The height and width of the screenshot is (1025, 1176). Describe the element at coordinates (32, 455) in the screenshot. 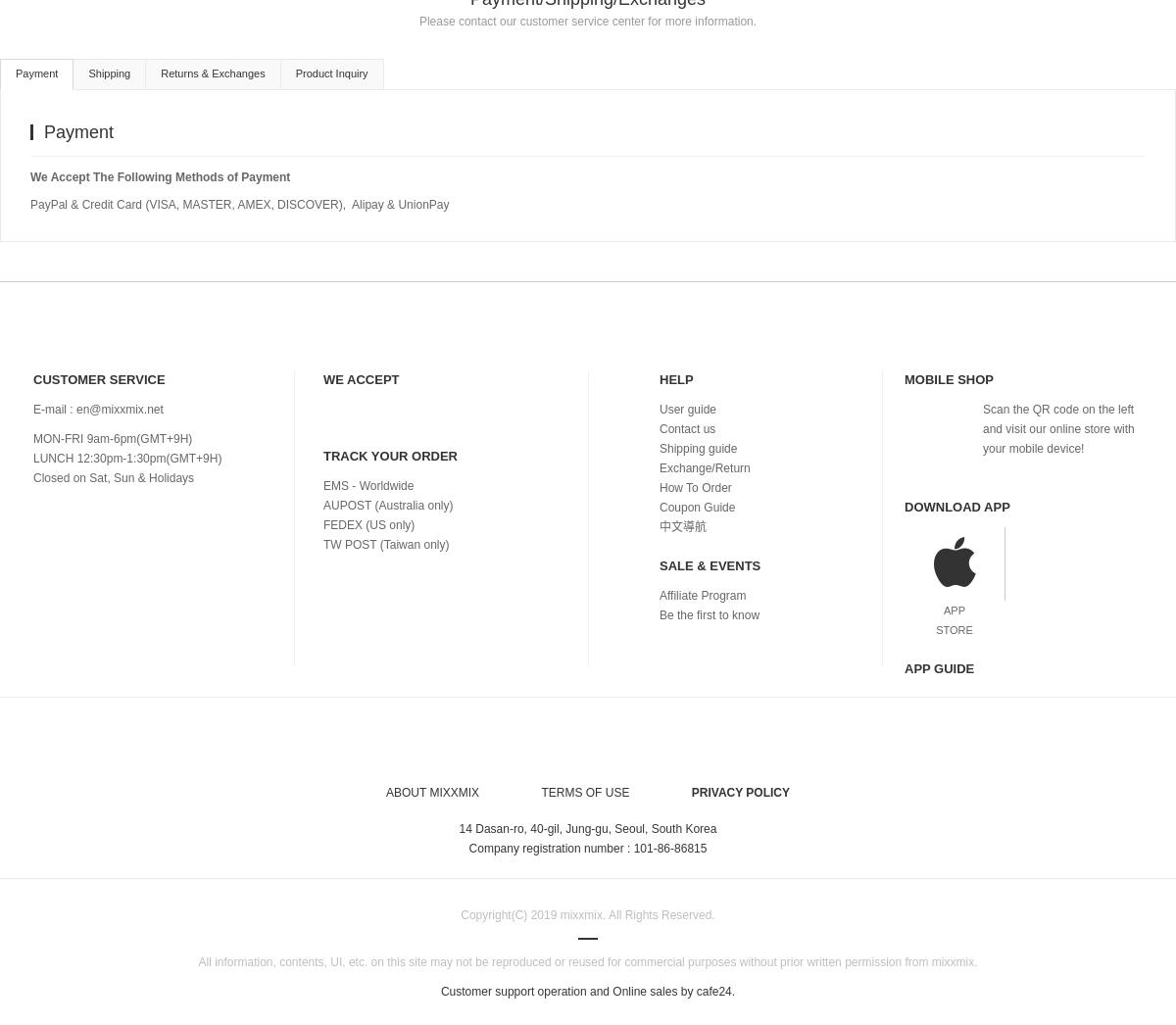

I see `'LUNCH 12:30pm-1:30pm(GMT+9H)'` at that location.